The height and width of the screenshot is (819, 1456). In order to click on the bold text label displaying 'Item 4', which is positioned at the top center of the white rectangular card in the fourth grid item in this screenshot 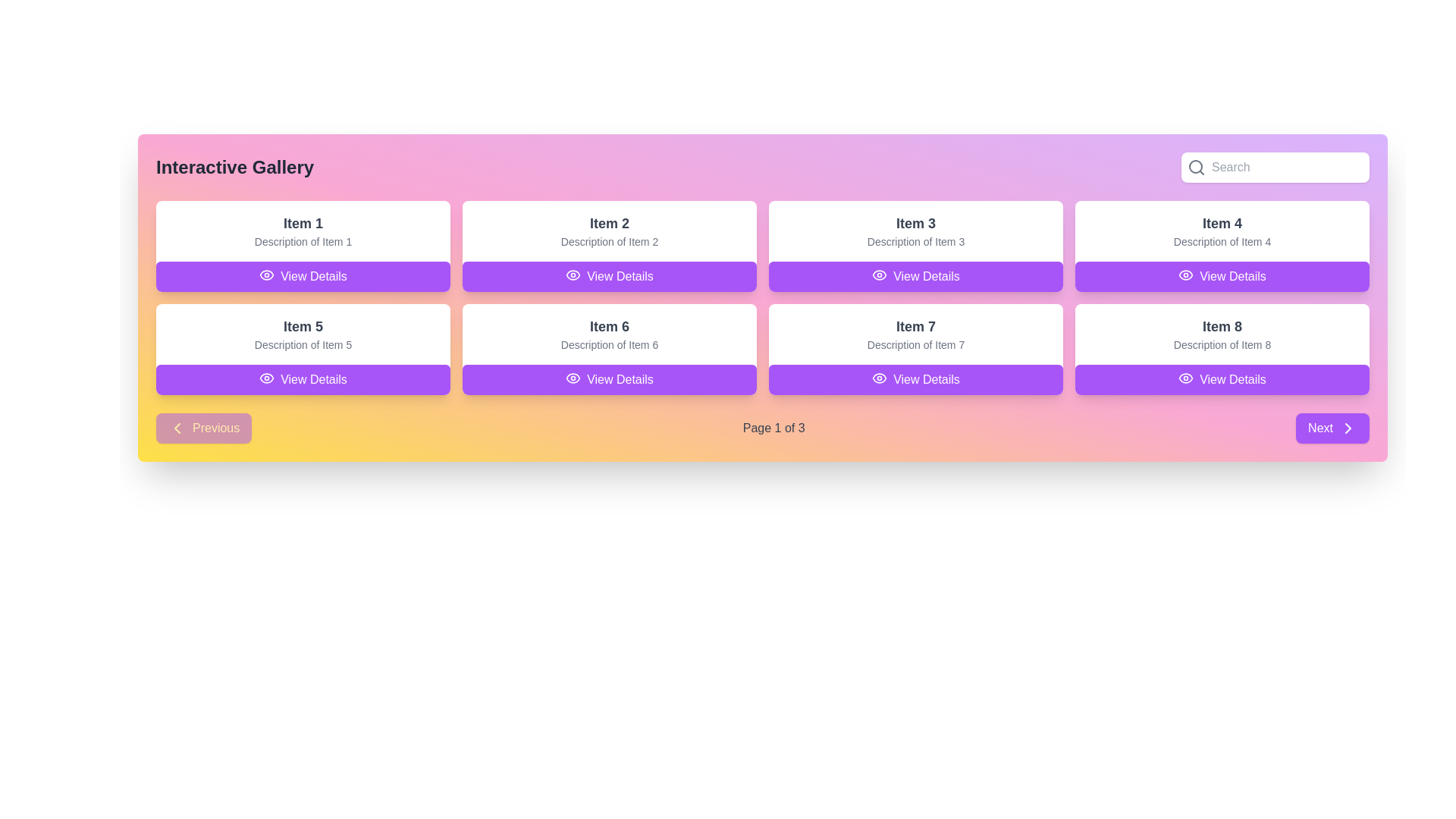, I will do `click(1222, 223)`.